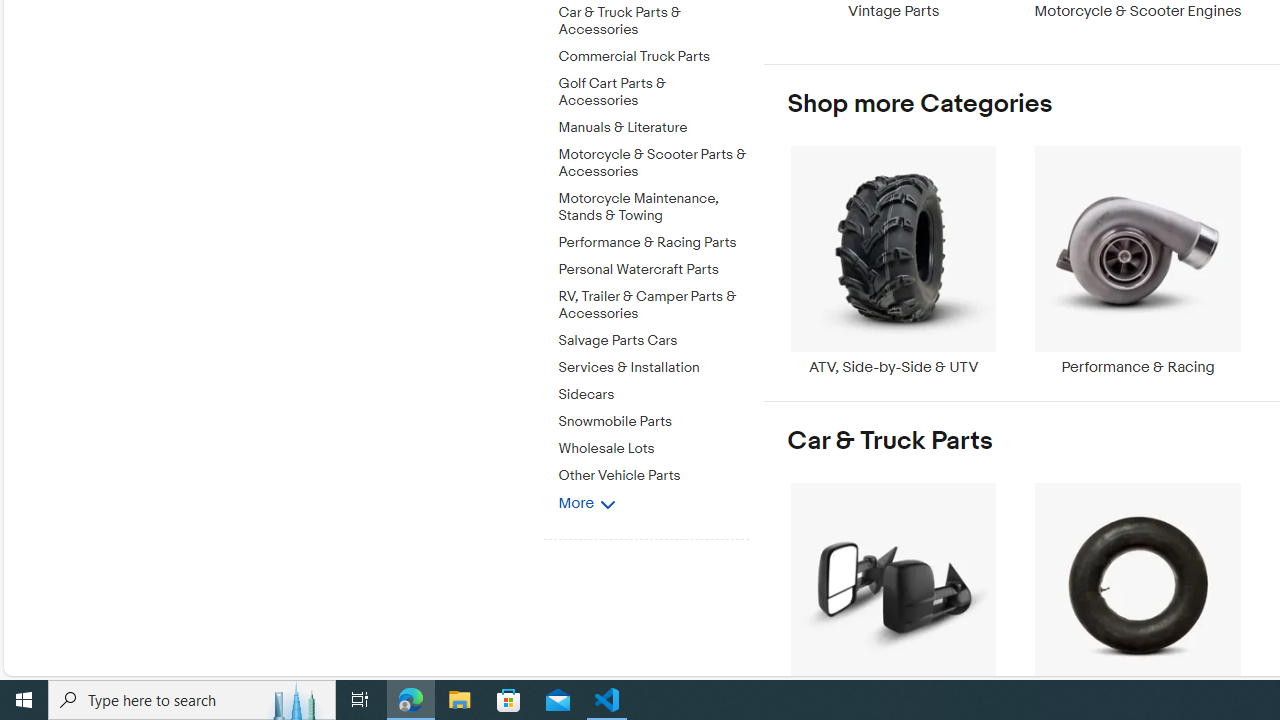  What do you see at coordinates (892, 595) in the screenshot?
I see `'Exterior Parts & Accessories'` at bounding box center [892, 595].